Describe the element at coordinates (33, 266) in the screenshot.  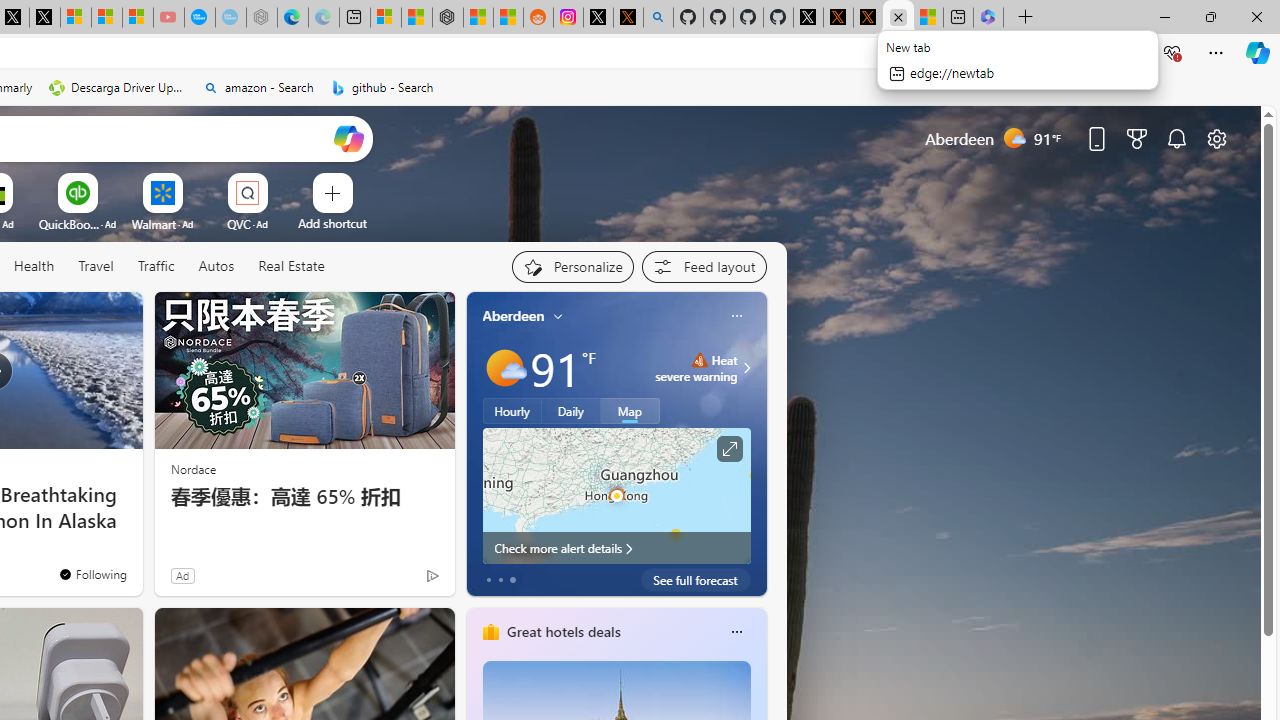
I see `'Health'` at that location.